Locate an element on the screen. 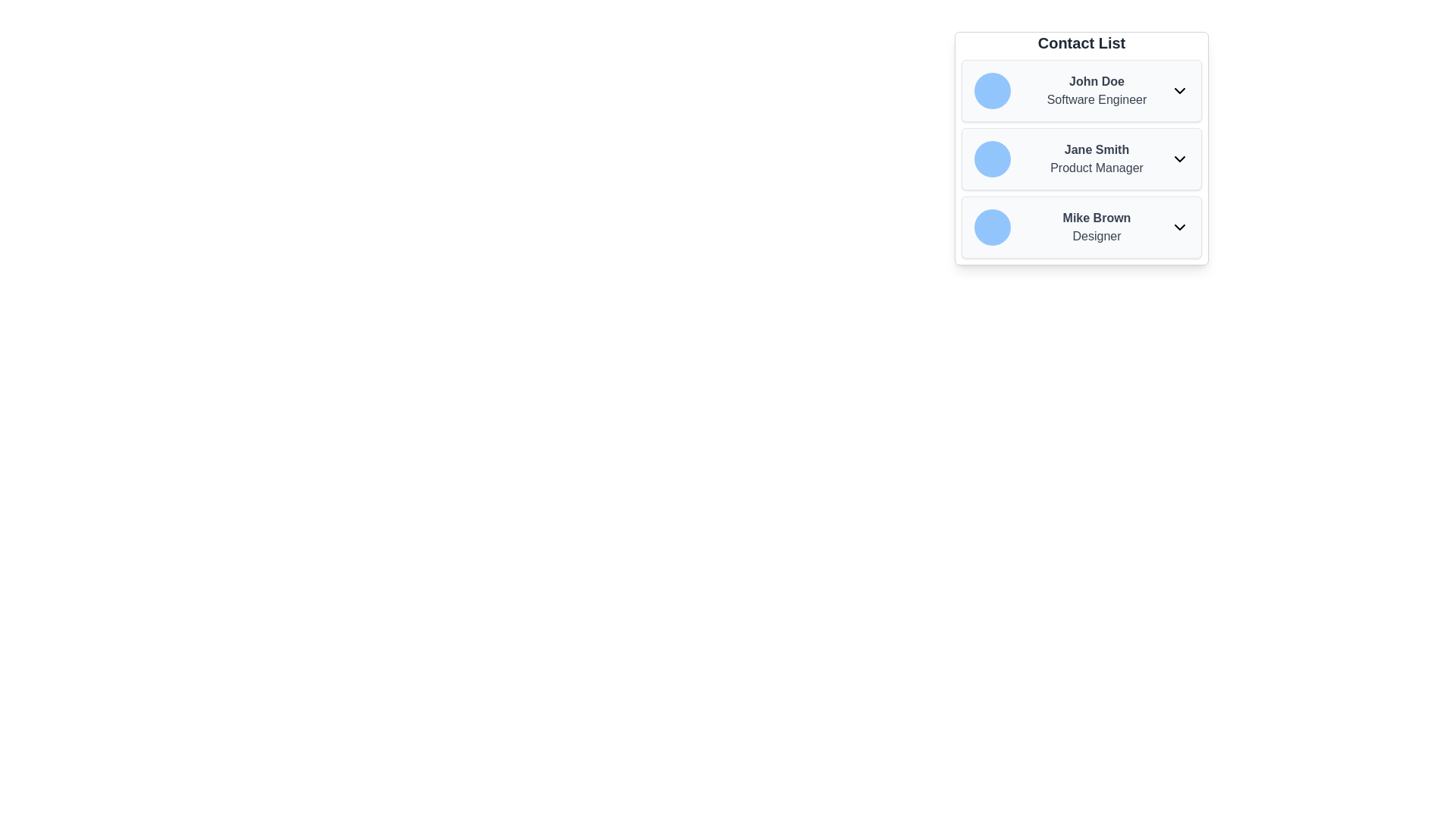 This screenshot has height=819, width=1456. text of the main label for the contact 'Mike Brown' in the contact list, which is located above the text 'Designer' and to the right of the blue circular avatar is located at coordinates (1097, 218).